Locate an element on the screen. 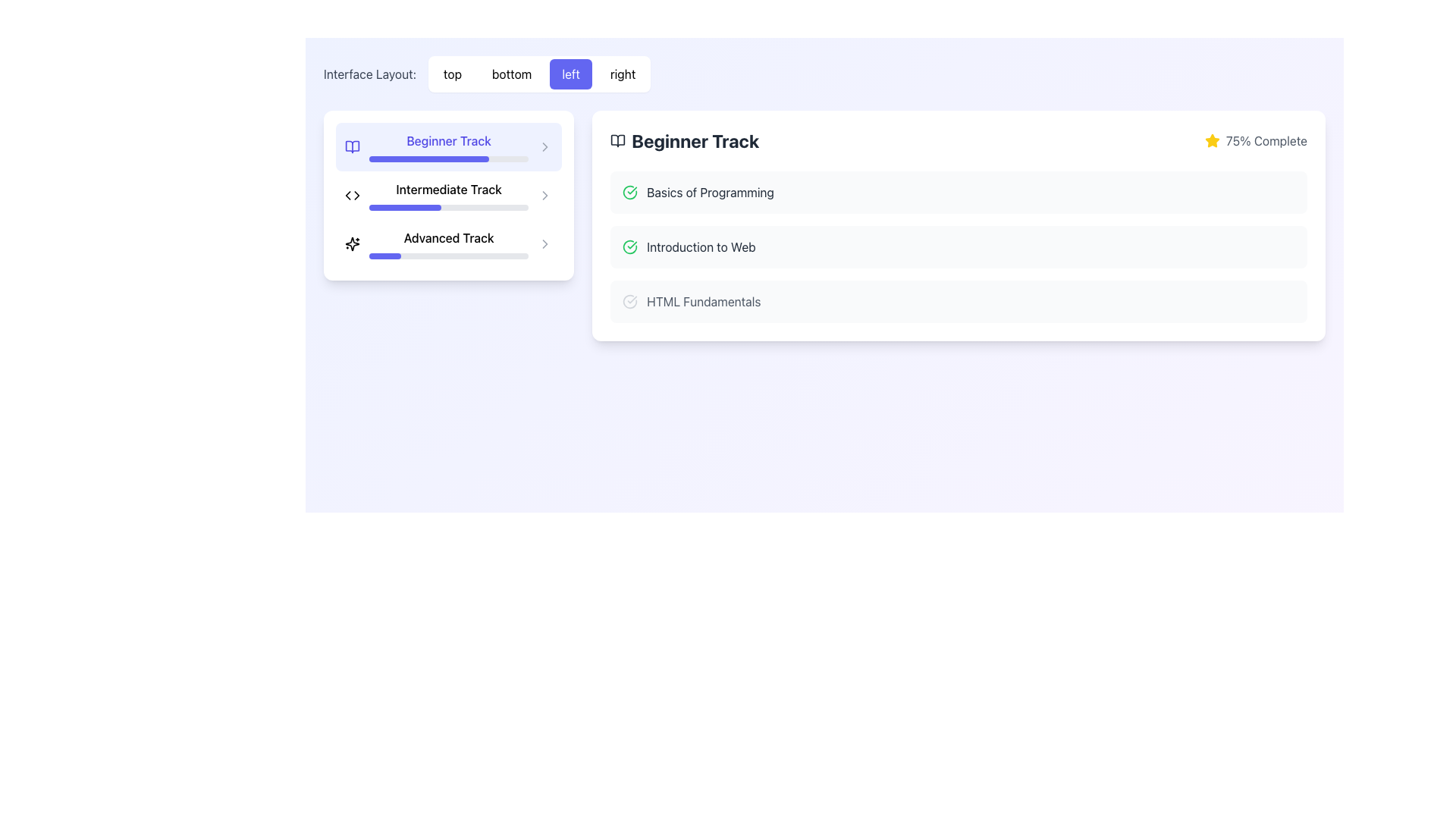  the text label displaying 'Basics of Programming' is located at coordinates (709, 192).